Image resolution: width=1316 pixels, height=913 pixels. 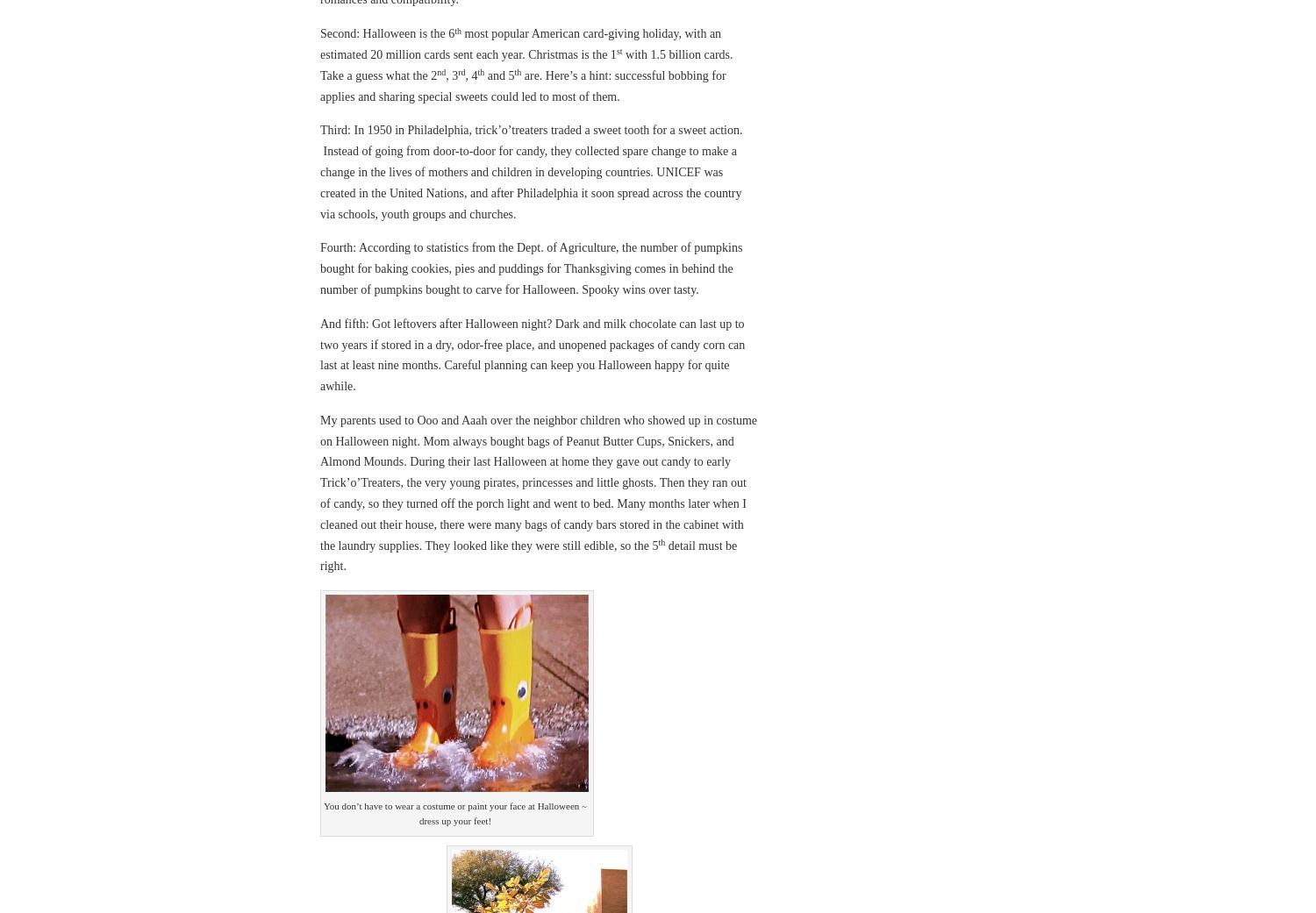 I want to click on 'My parents used to Ooo and Aaah over the neighbor children who showed up in costume on Halloween night. Mom always bought bags of Peanut Butter Cups, Snickers, and Almond Mounds. During their last Halloween at home they gave out candy to early Trick’o’Treaters, the very young pirates, princesses and little ghosts. Then they ran out of candy, so they turned off the porch light and went to bed. Many months later when I cleaned out their house, there were many bags of candy bars stored in the cabinet with the laundry supplies. They looked like they were still edible, so the 5', so click(x=537, y=481).